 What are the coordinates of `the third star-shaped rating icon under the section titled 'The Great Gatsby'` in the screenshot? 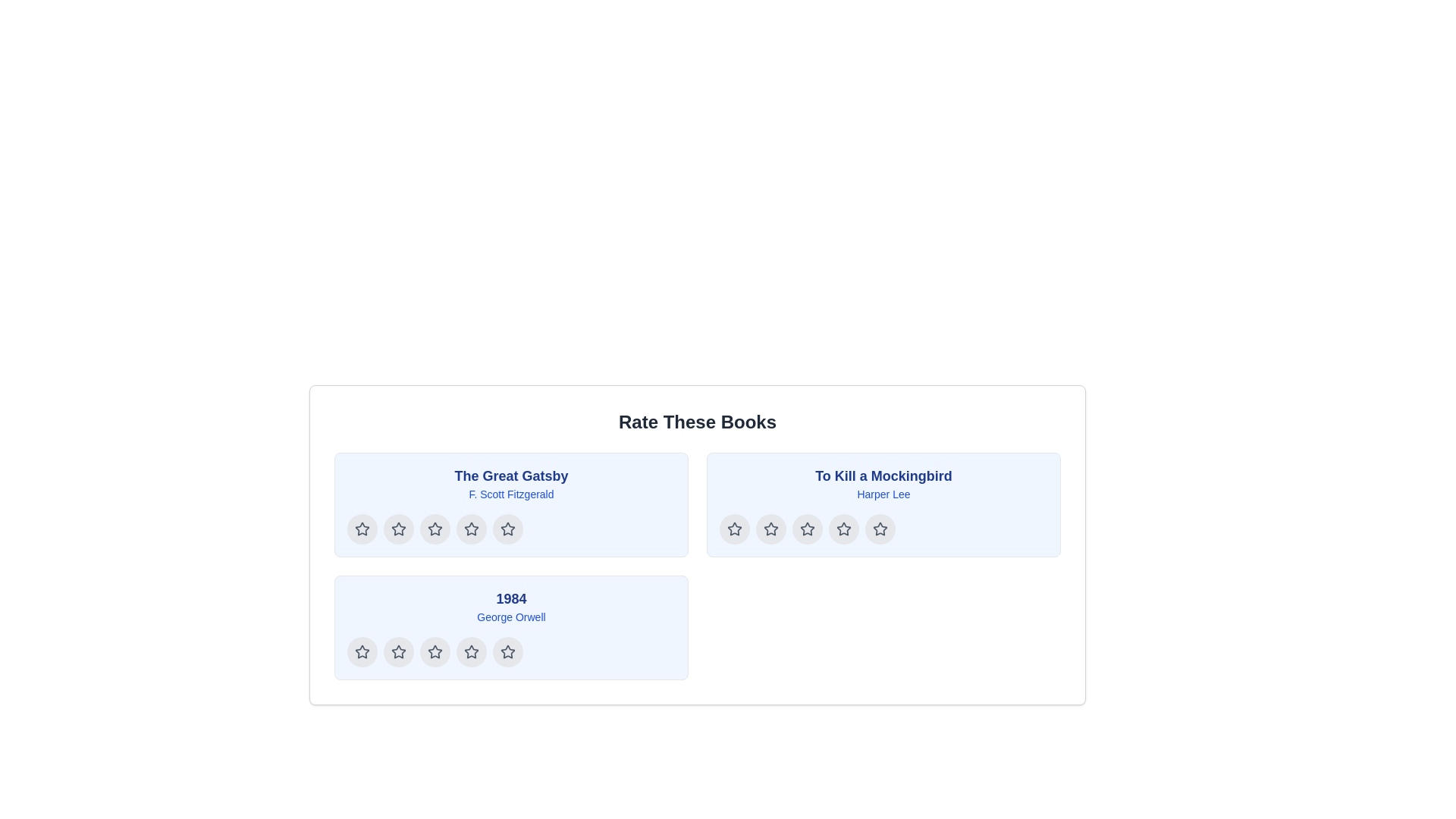 It's located at (435, 528).